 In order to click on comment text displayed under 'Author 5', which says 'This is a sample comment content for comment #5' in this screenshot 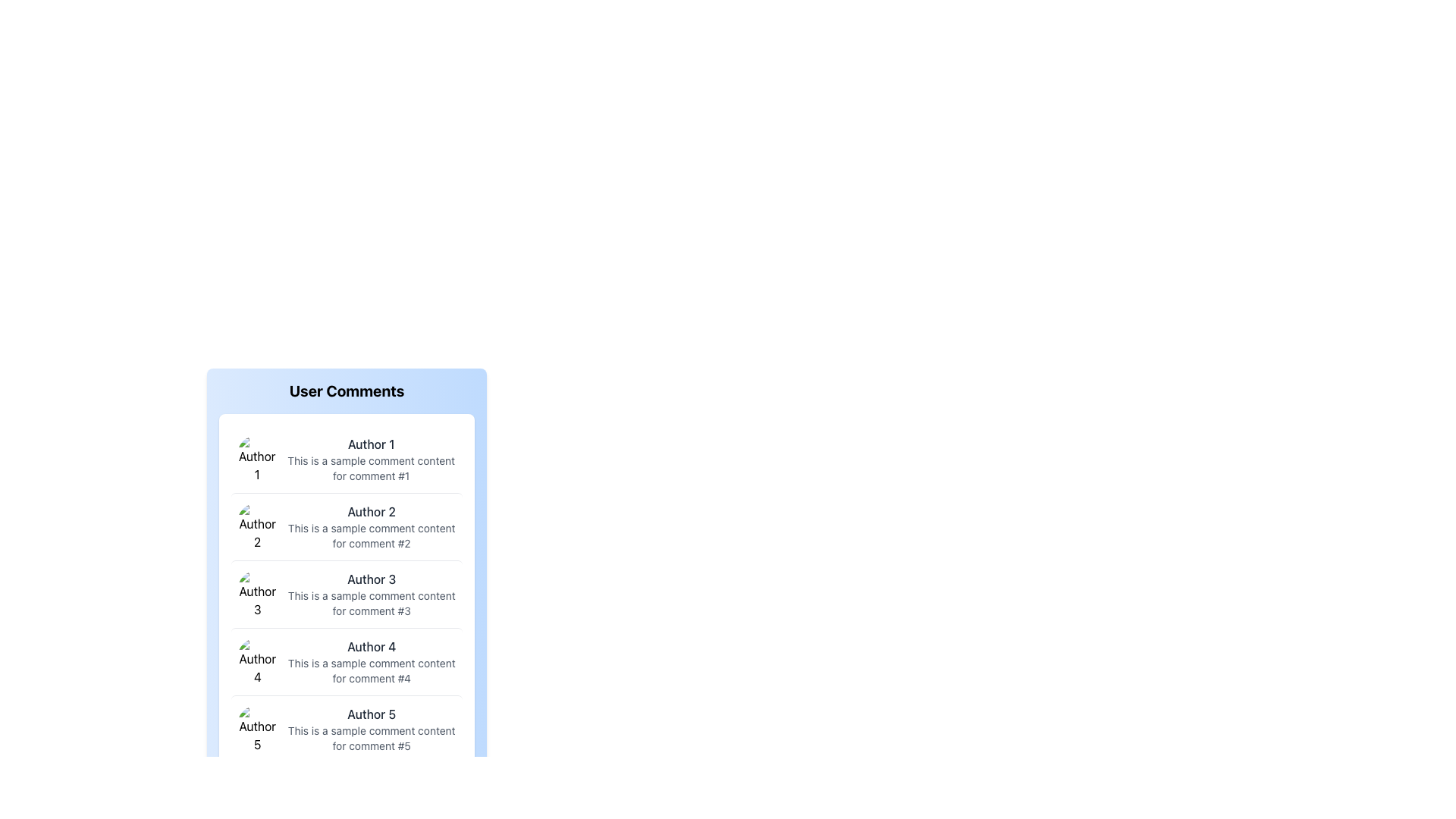, I will do `click(372, 728)`.